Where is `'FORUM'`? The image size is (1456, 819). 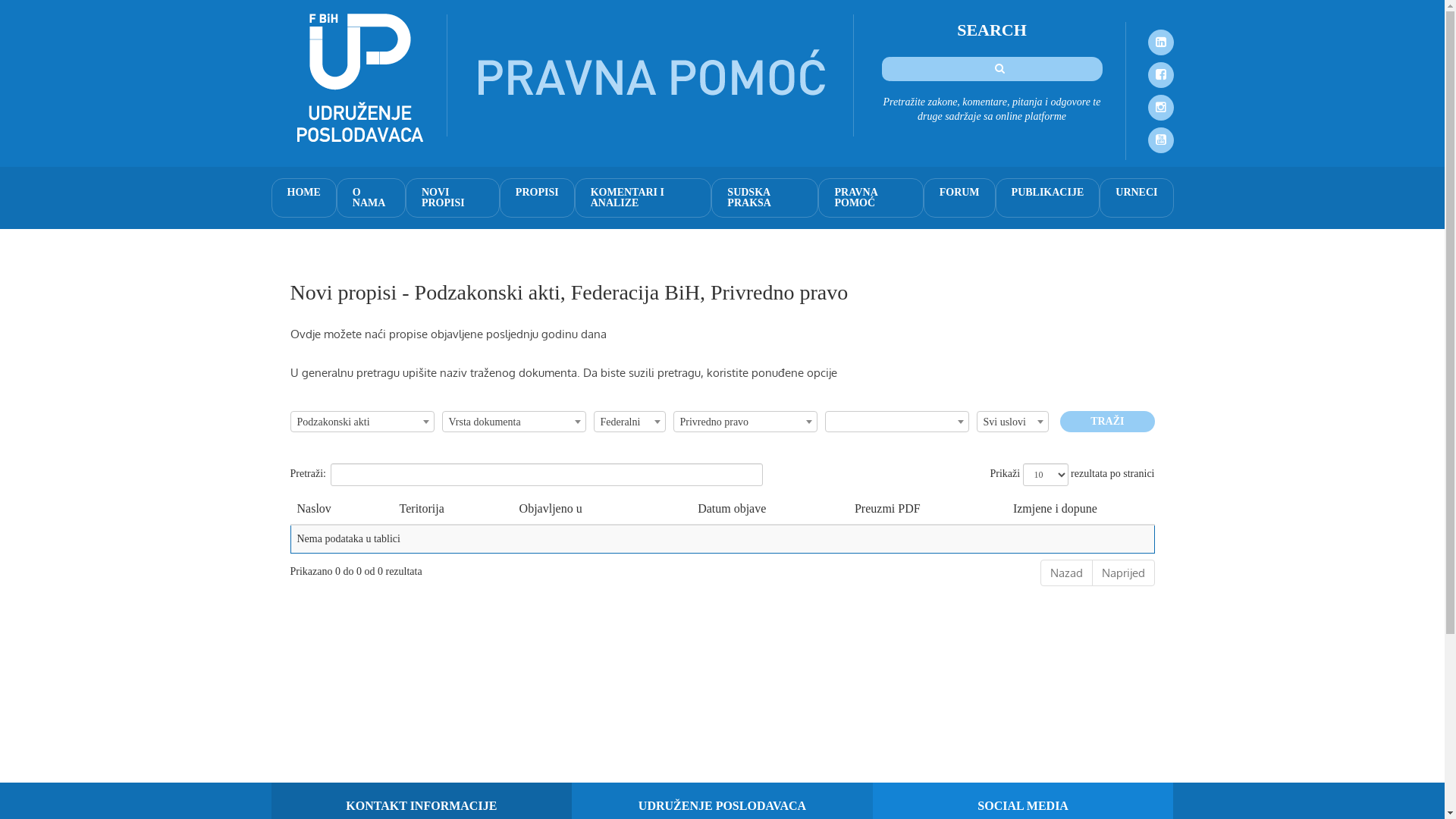 'FORUM' is located at coordinates (959, 197).